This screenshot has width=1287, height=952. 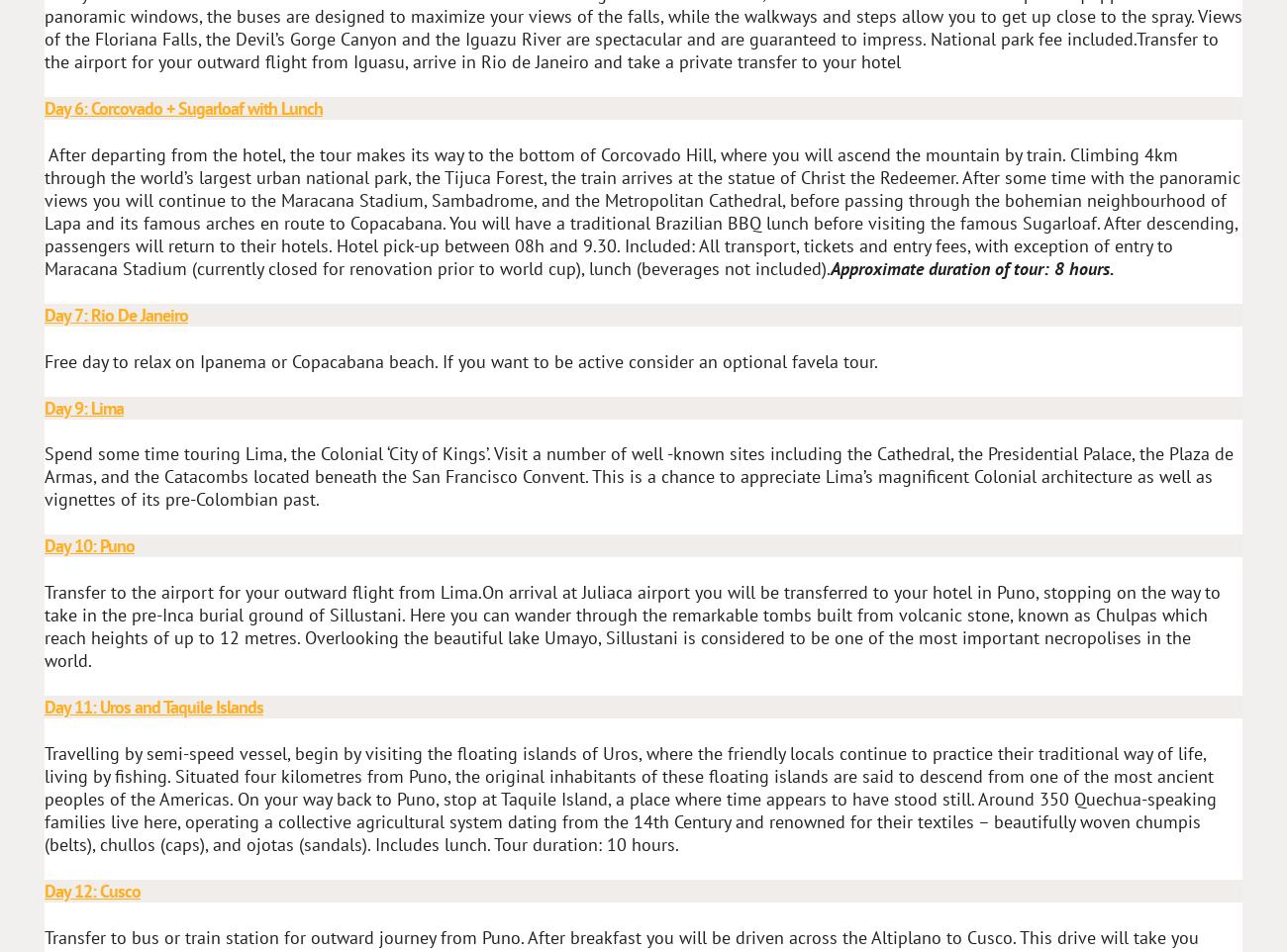 I want to click on 'Day 7: Rio De Janeiro', so click(x=115, y=313).